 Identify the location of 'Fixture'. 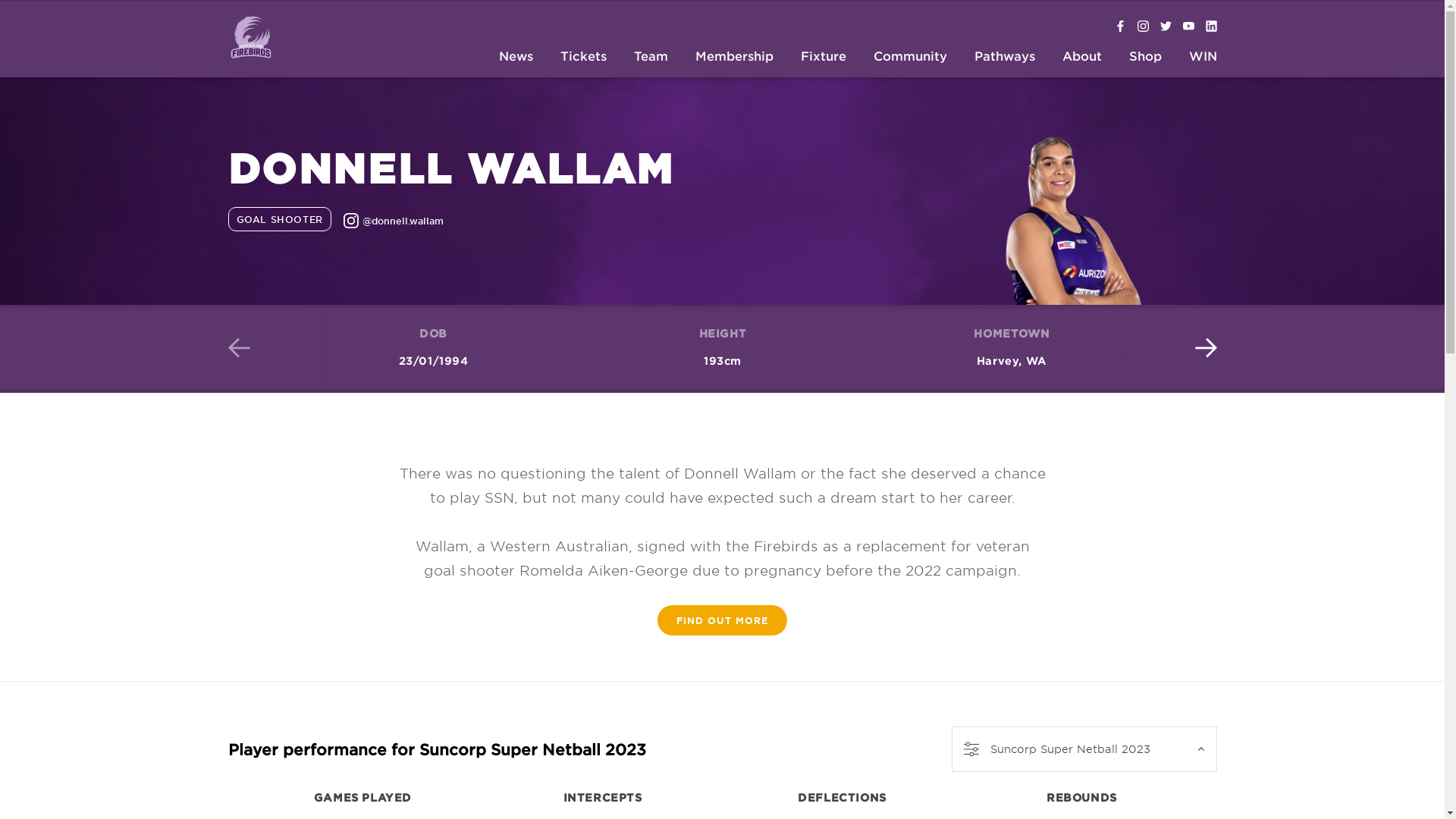
(821, 57).